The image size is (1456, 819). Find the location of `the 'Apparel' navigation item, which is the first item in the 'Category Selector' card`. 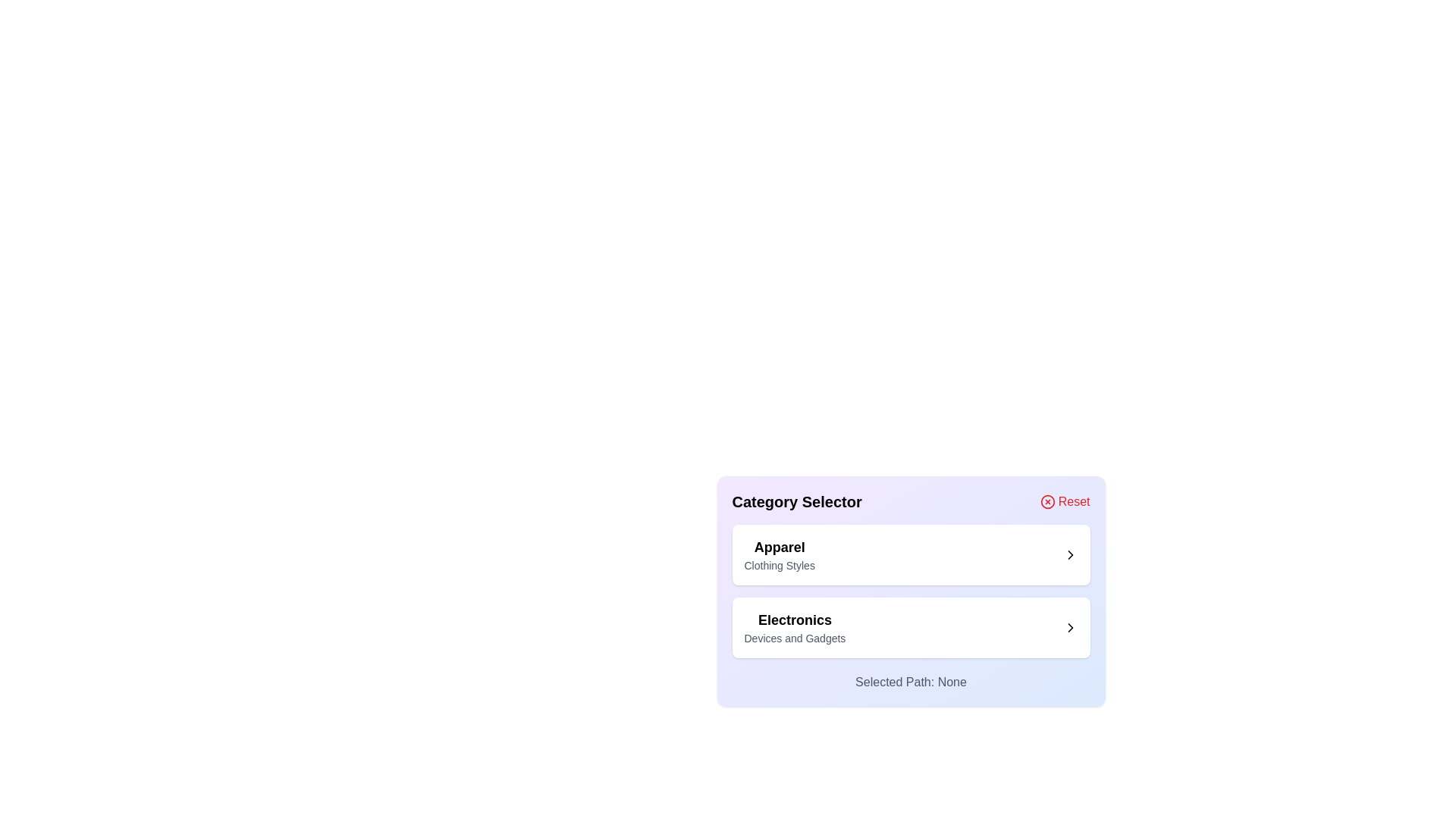

the 'Apparel' navigation item, which is the first item in the 'Category Selector' card is located at coordinates (910, 555).